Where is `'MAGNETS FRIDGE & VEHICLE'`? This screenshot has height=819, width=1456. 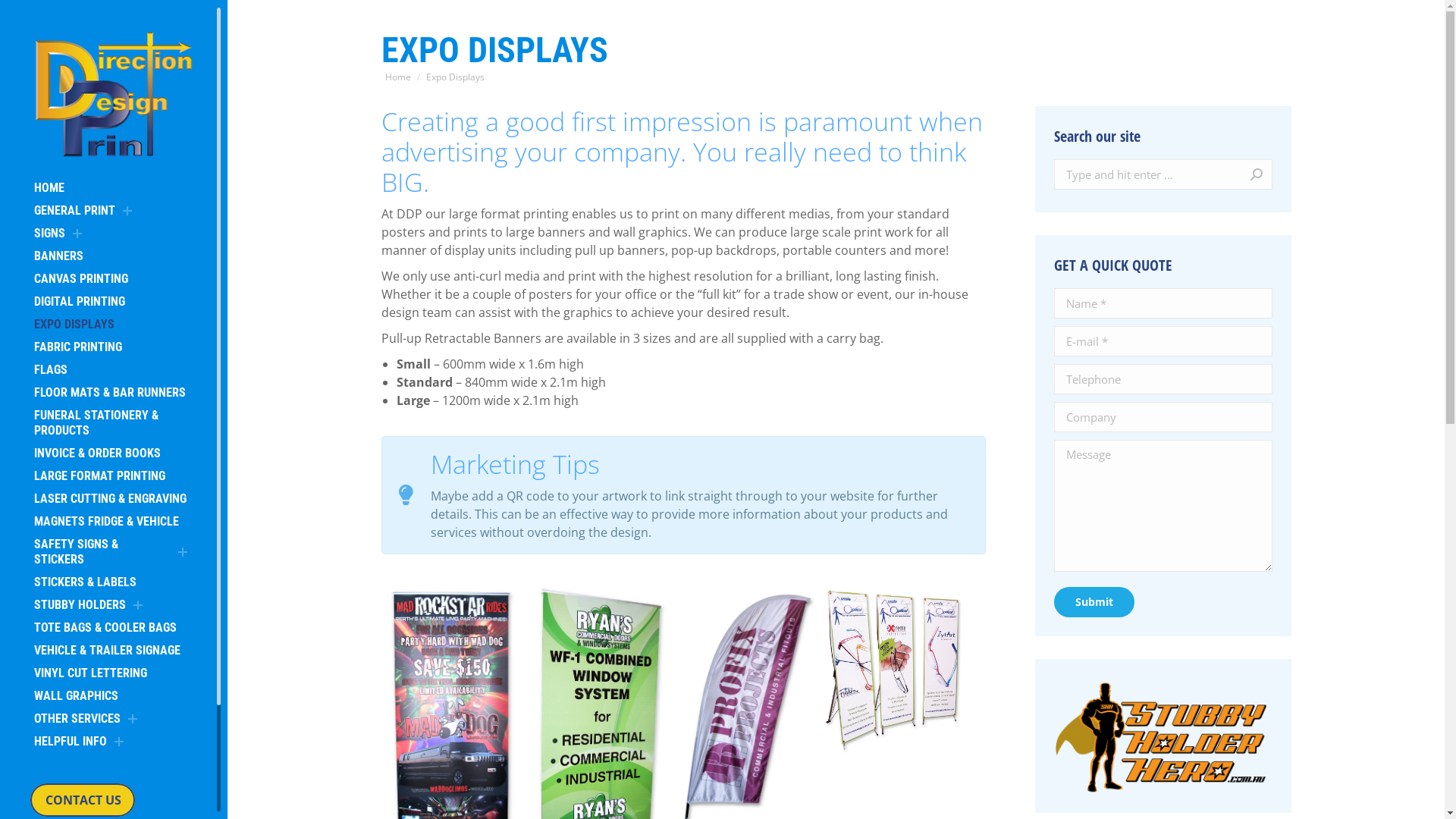
'MAGNETS FRIDGE & VEHICLE' is located at coordinates (105, 520).